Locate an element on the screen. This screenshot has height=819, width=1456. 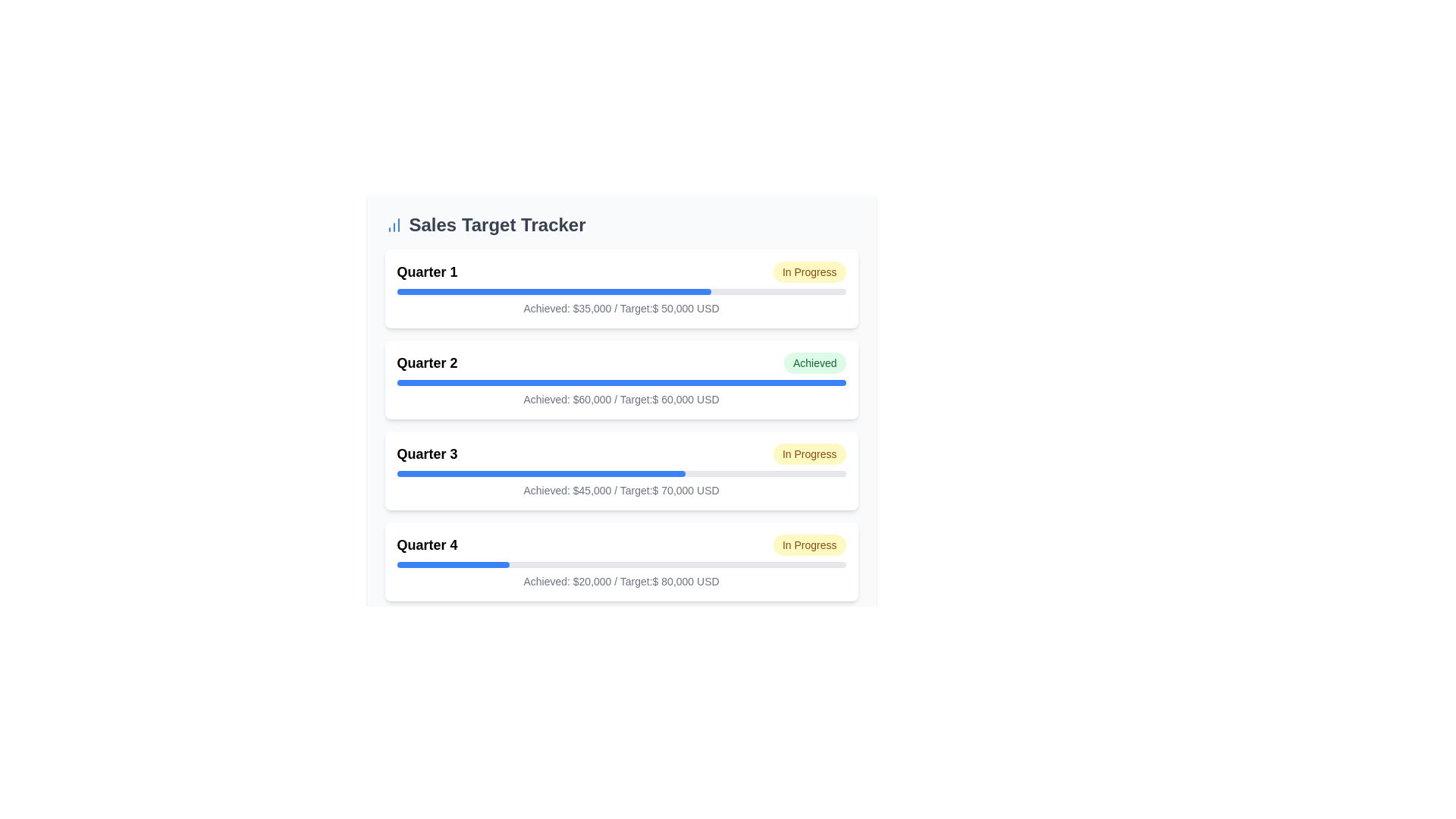
the text element displaying the progress of a target achievement, labeled 'Achieved: $45,000 / Target:$ 70,000 USD', located beneath the progress bar is located at coordinates (621, 491).